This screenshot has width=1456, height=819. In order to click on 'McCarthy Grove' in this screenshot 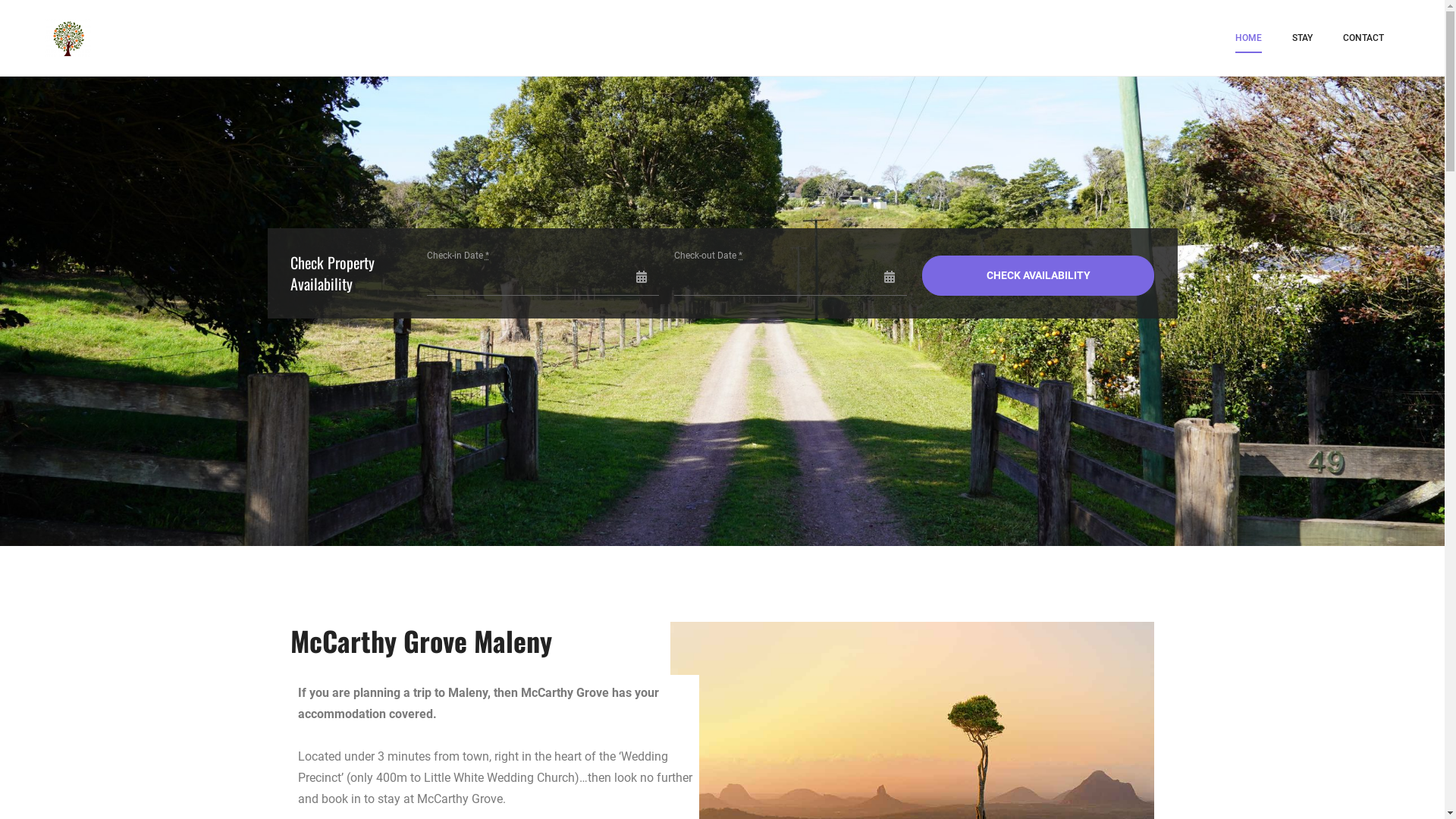, I will do `click(164, 46)`.